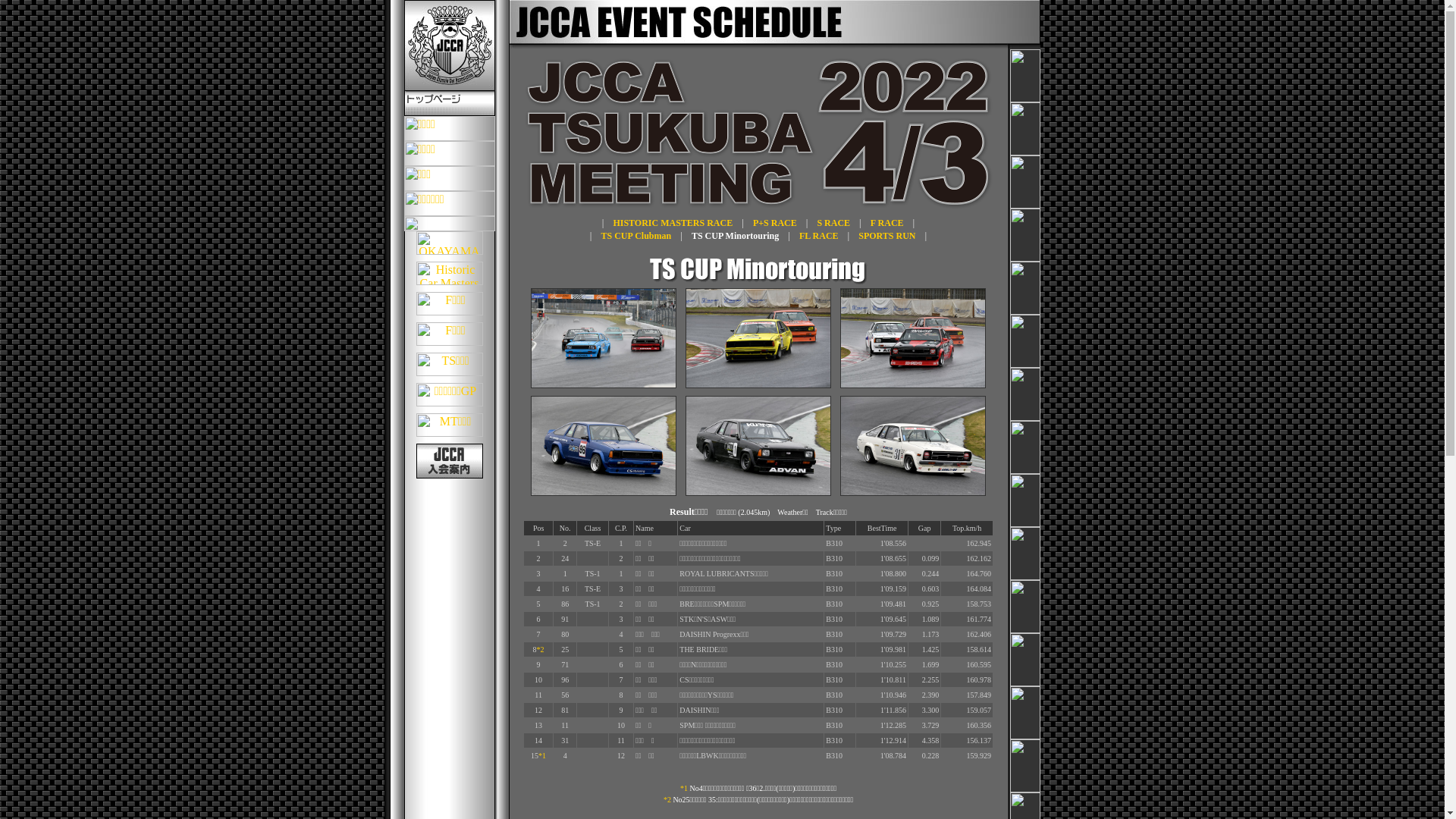  What do you see at coordinates (887, 222) in the screenshot?
I see `'F RACE'` at bounding box center [887, 222].